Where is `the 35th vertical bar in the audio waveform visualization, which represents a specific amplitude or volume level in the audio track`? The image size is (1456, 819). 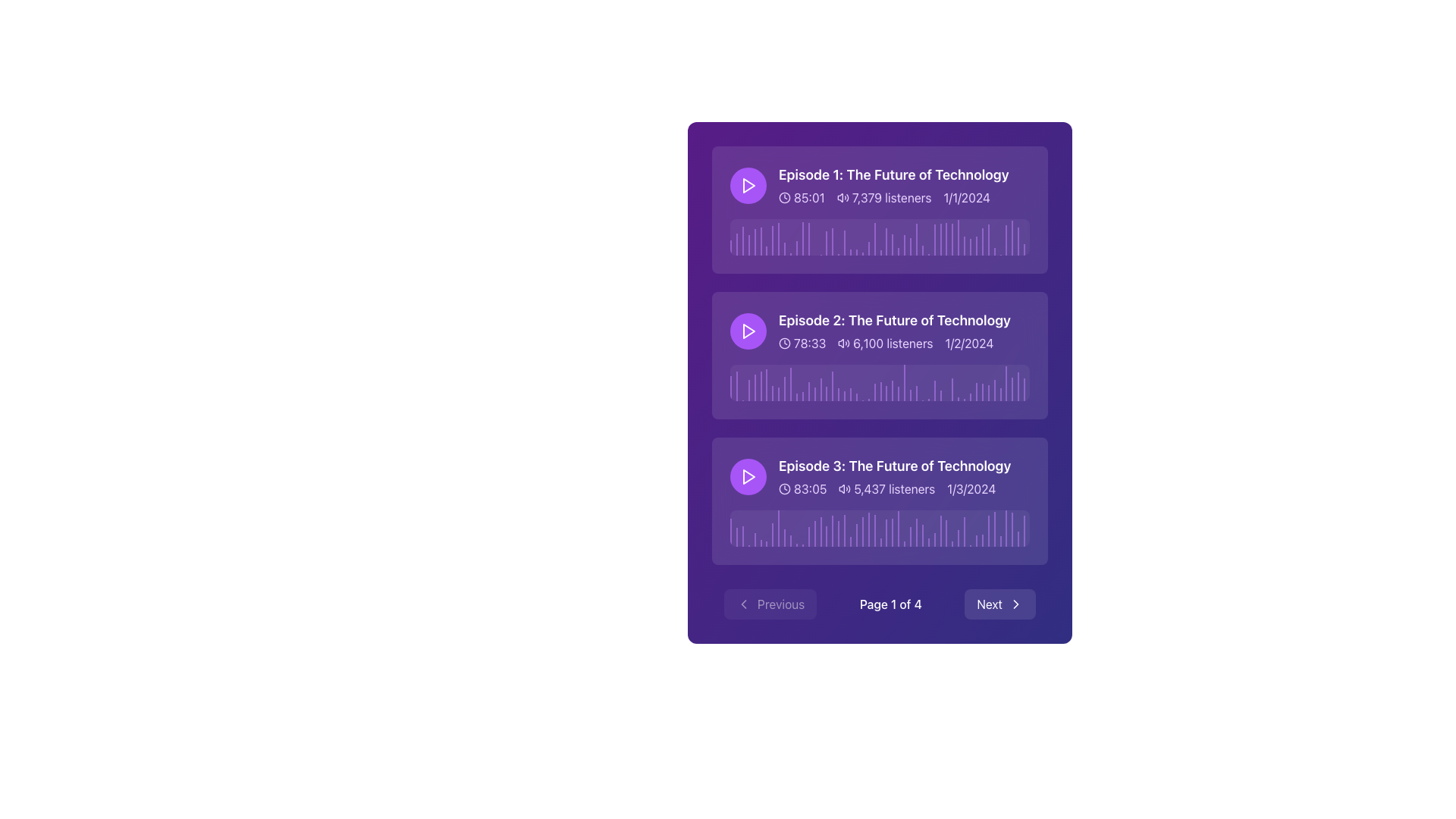 the 35th vertical bar in the audio waveform visualization, which represents a specific amplitude or volume level in the audio track is located at coordinates (934, 390).